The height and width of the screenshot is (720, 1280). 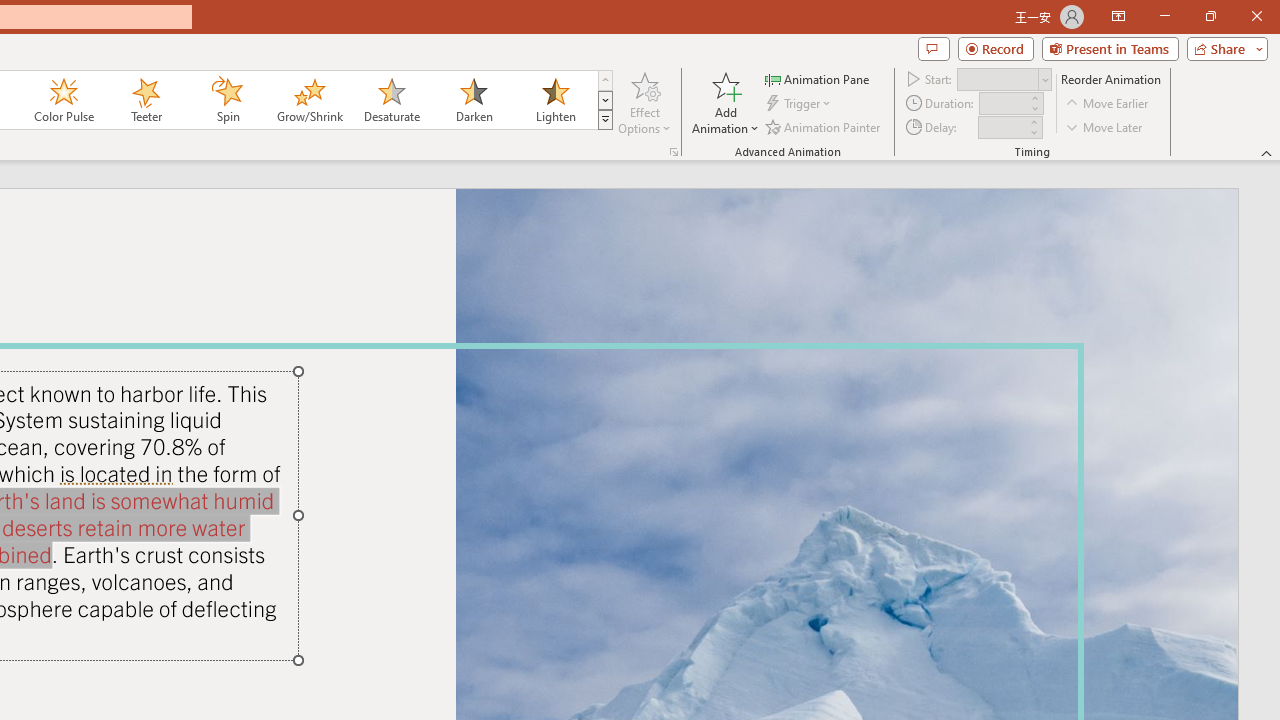 What do you see at coordinates (1109, 47) in the screenshot?
I see `'Present in Teams'` at bounding box center [1109, 47].